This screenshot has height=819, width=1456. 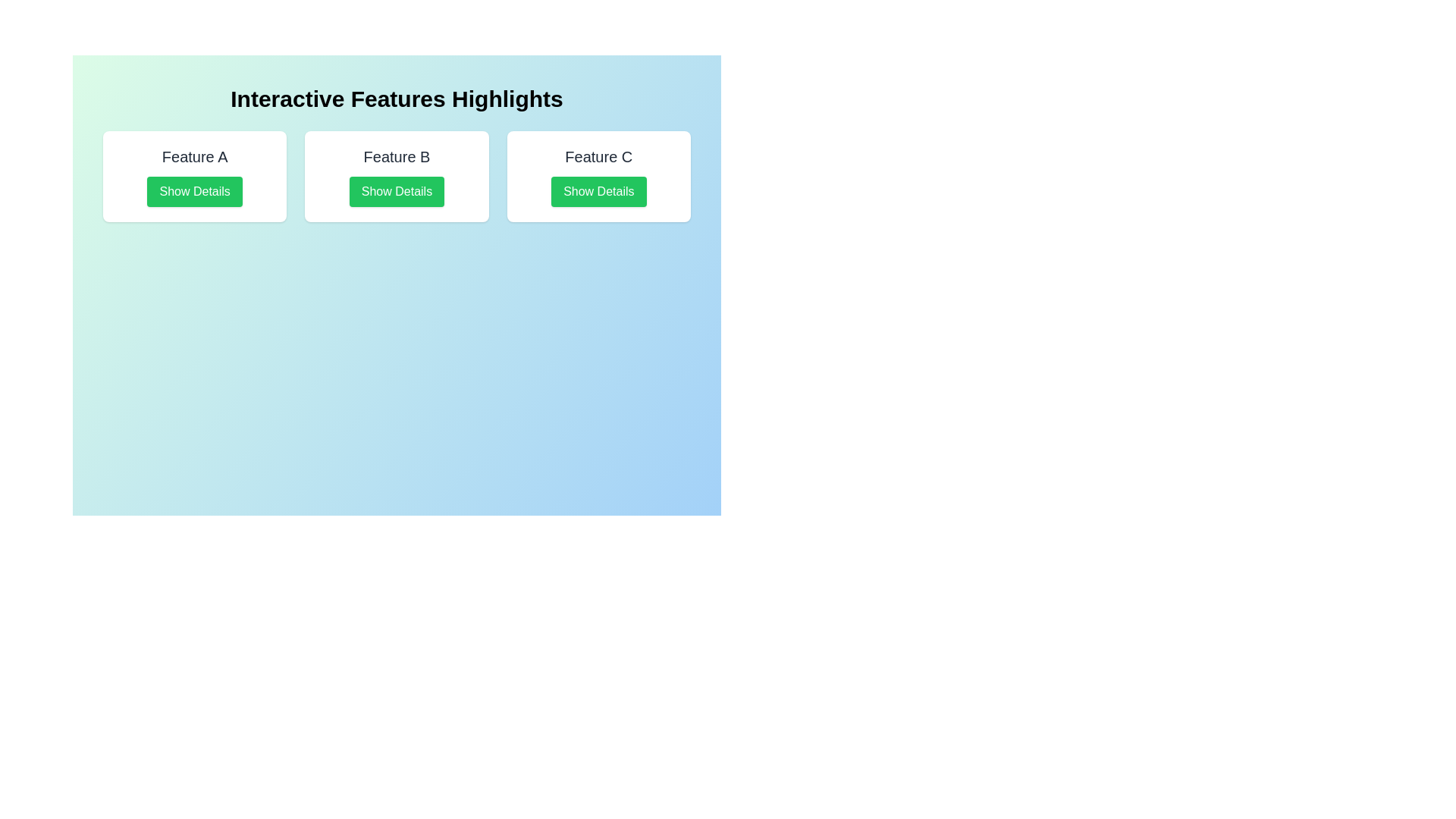 I want to click on the 'Show Details' button on the interactive card located at the rightmost position of a horizontally arranged group of three elements, so click(x=598, y=175).